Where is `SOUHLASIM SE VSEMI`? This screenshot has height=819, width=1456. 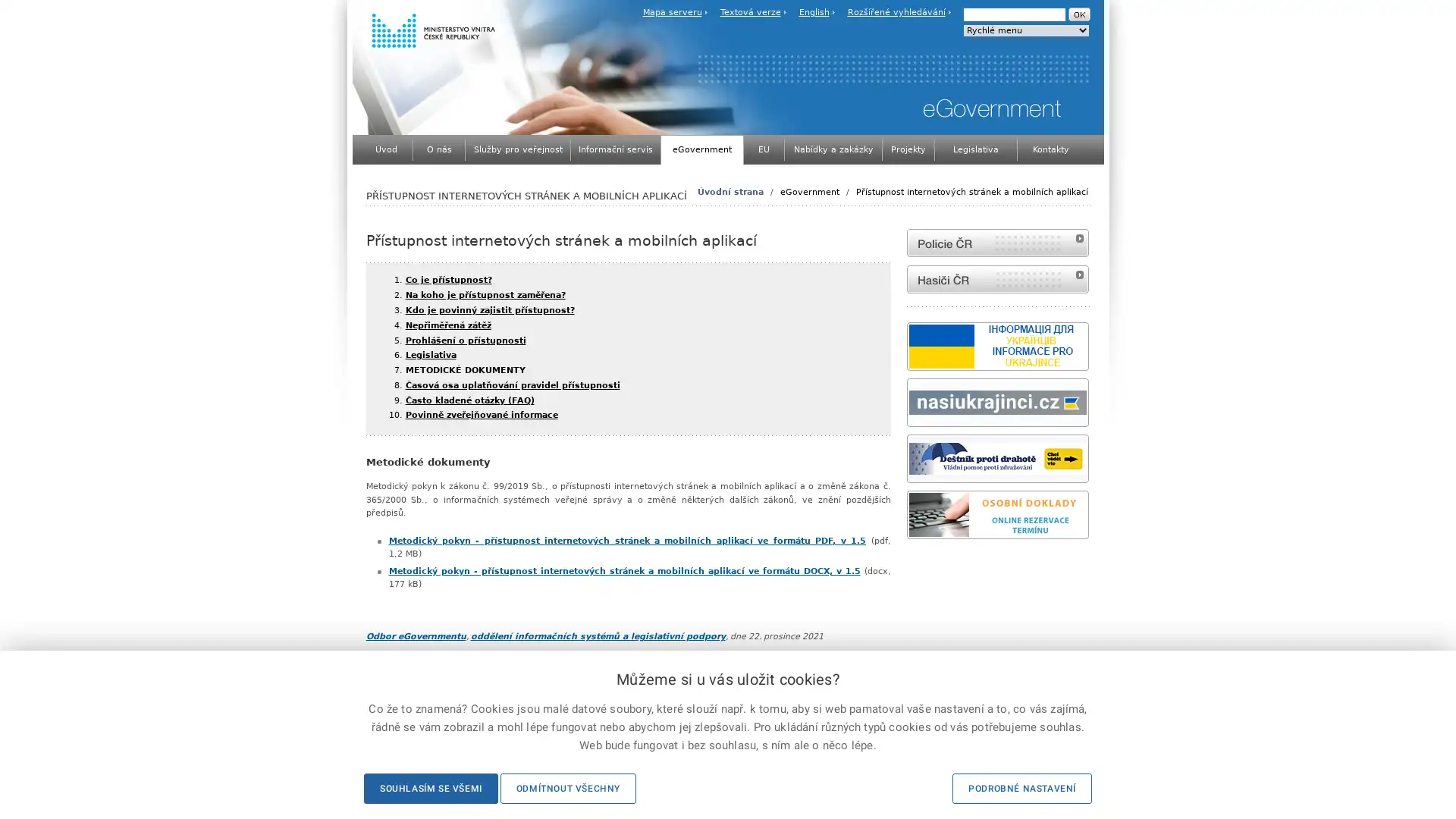 SOUHLASIM SE VSEMI is located at coordinates (429, 788).